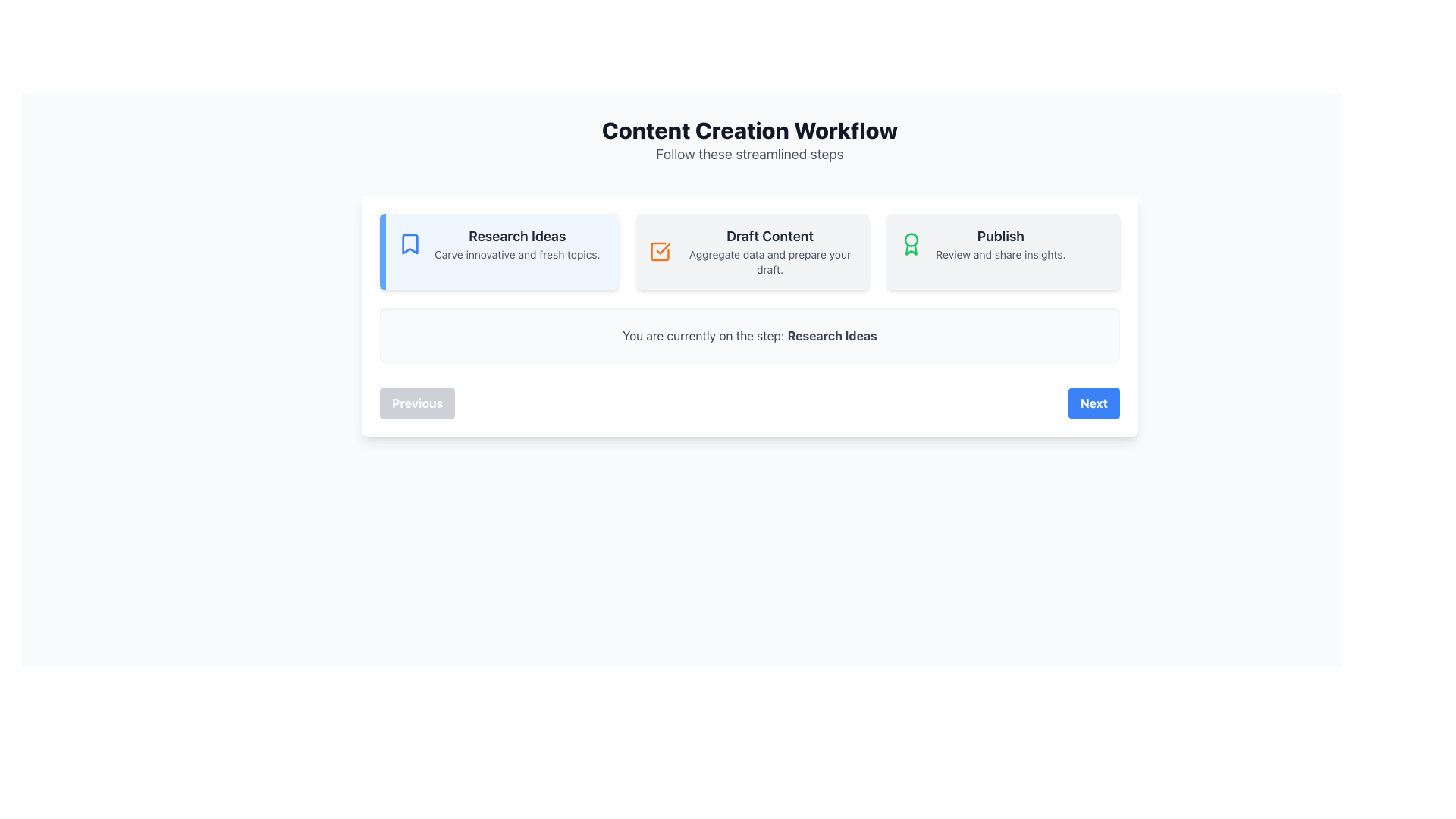  What do you see at coordinates (1001, 253) in the screenshot?
I see `the informational text displaying 'Review and share insights.' which is located directly below the 'Publish' heading in a card section` at bounding box center [1001, 253].